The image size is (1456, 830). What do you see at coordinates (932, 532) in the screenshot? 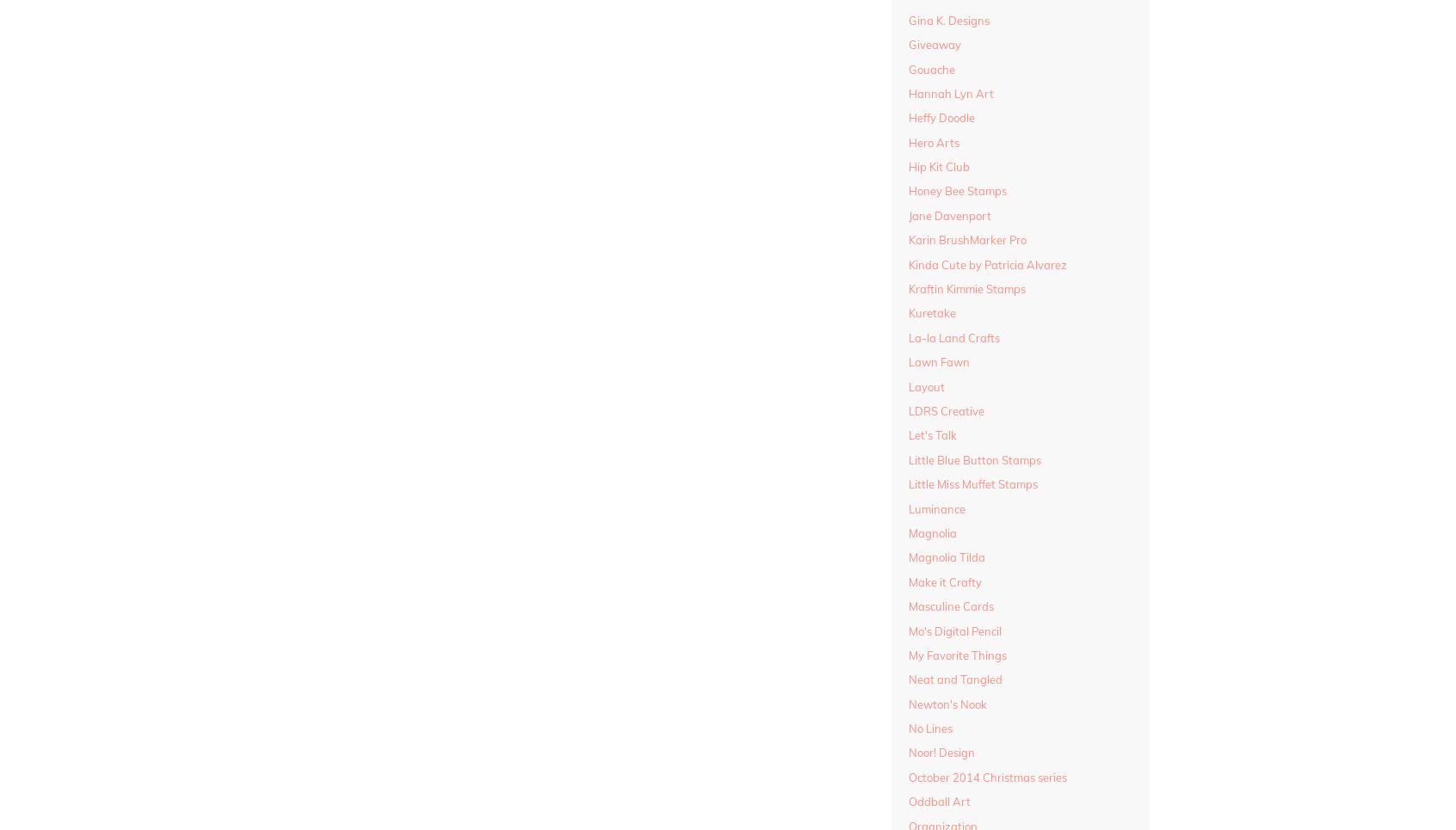
I see `'Magnolia'` at bounding box center [932, 532].